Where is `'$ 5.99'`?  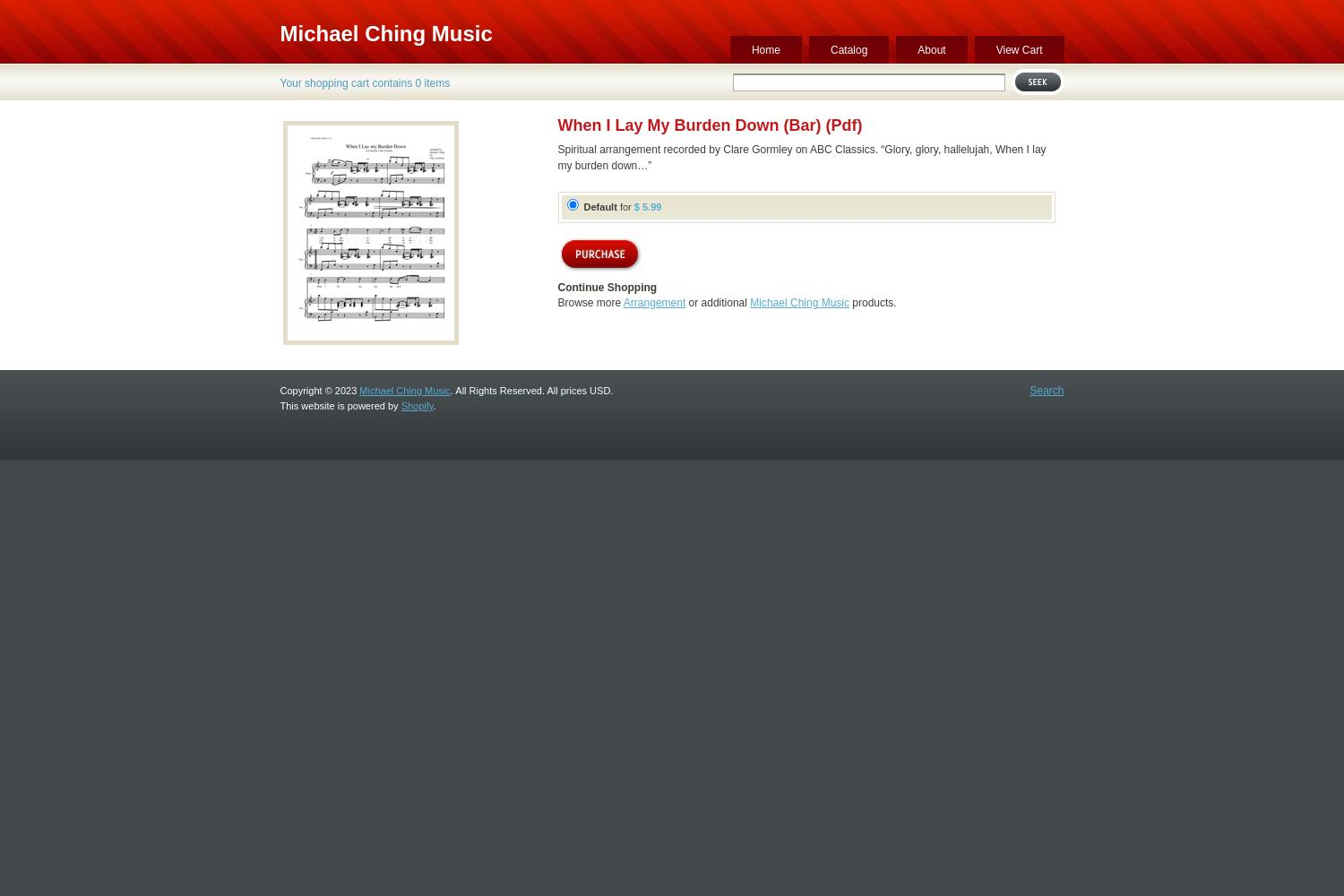
'$ 5.99' is located at coordinates (646, 206).